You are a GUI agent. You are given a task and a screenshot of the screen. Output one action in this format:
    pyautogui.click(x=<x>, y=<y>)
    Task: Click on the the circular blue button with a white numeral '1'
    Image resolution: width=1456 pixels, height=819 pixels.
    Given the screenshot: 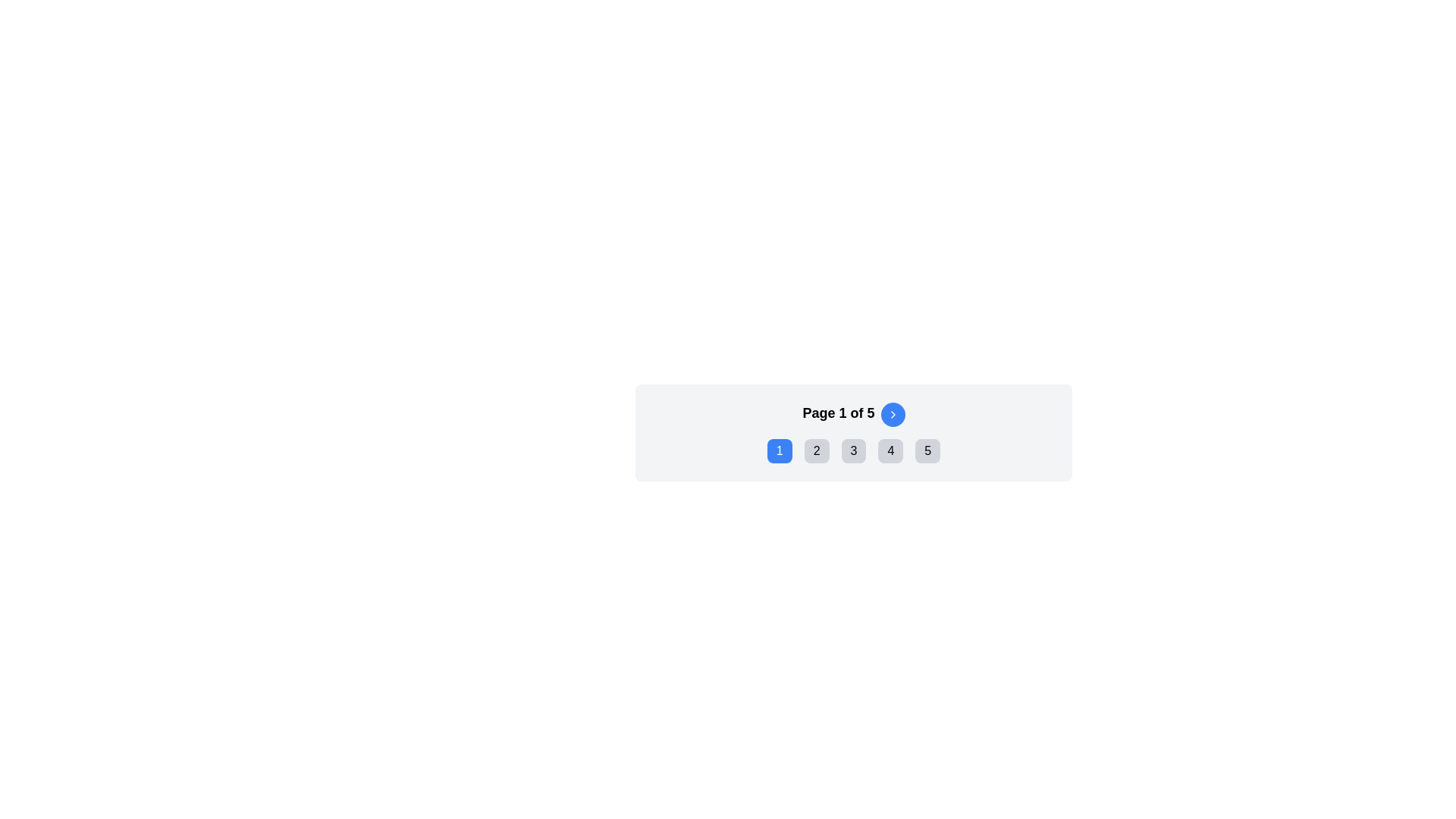 What is the action you would take?
    pyautogui.click(x=780, y=450)
    